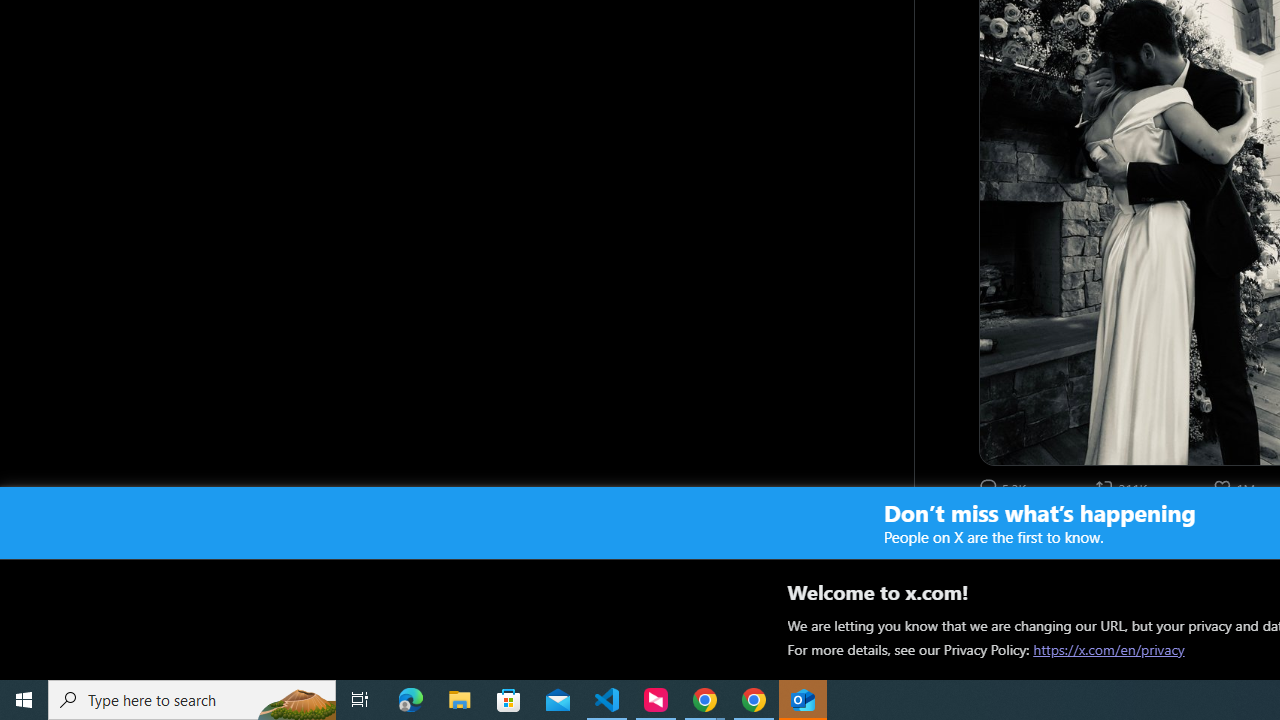  I want to click on '5329 Replies. Reply', so click(1004, 487).